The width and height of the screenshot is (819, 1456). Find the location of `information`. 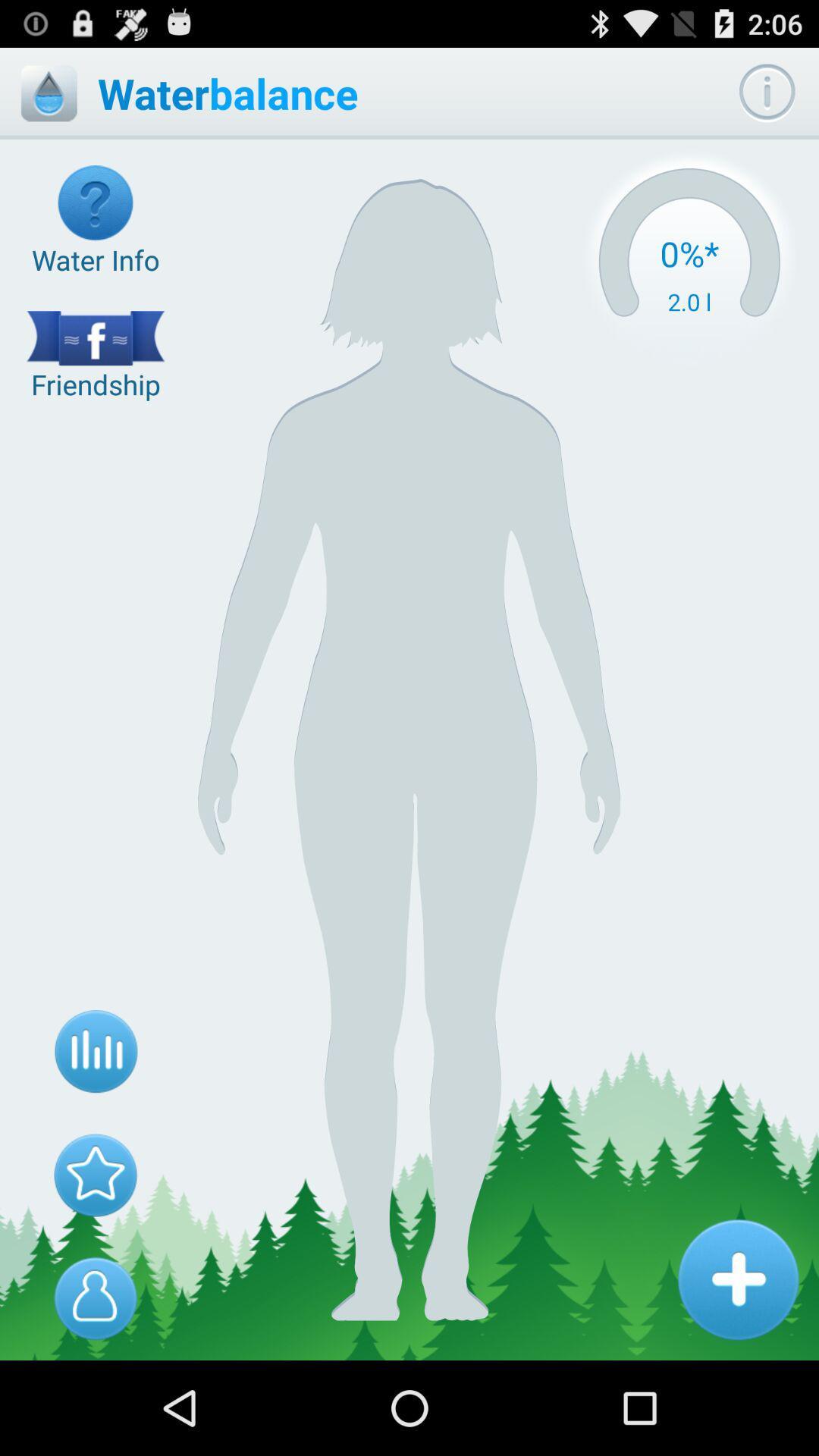

information is located at coordinates (767, 93).